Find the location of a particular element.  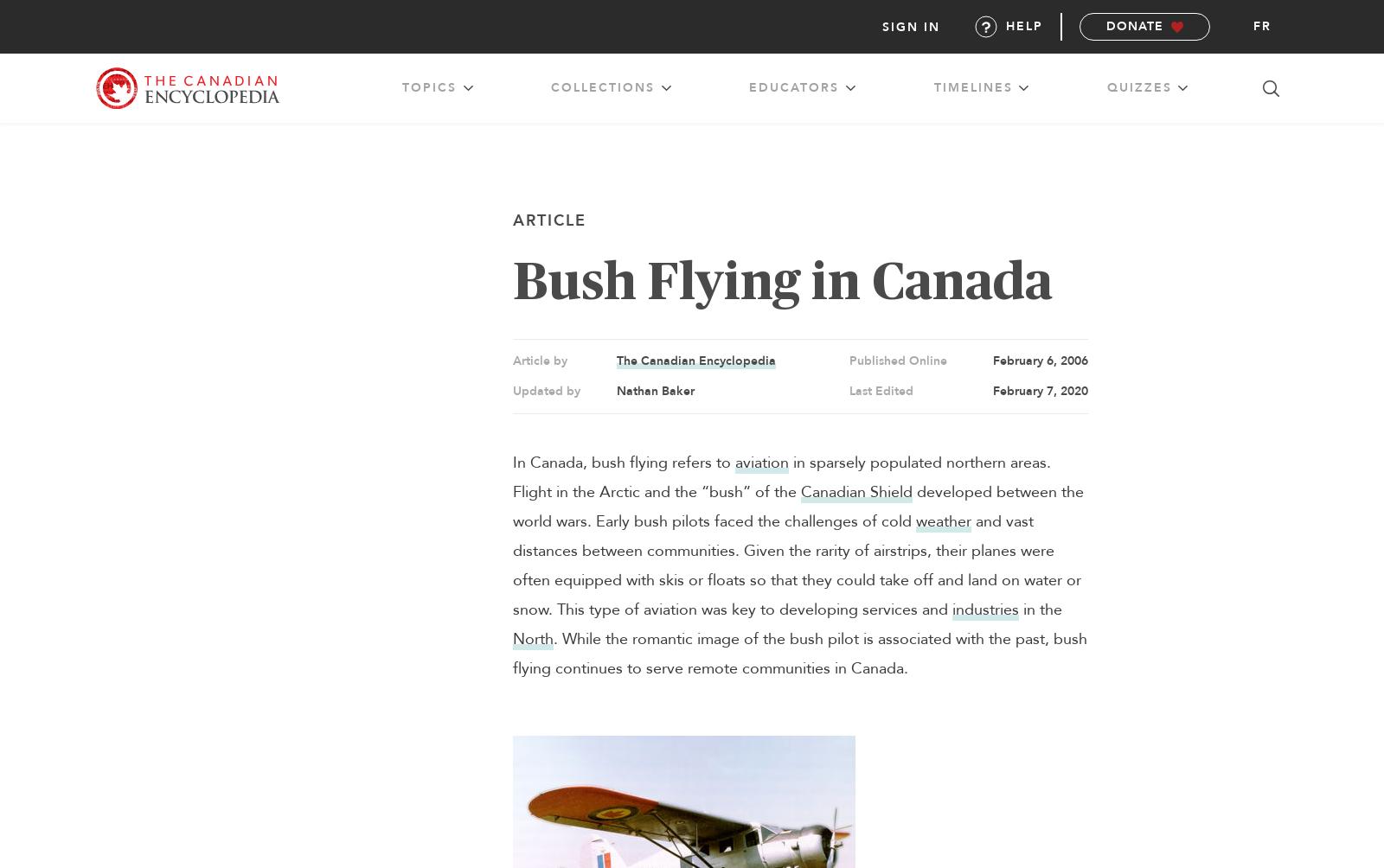

'transportation' is located at coordinates (790, 130).